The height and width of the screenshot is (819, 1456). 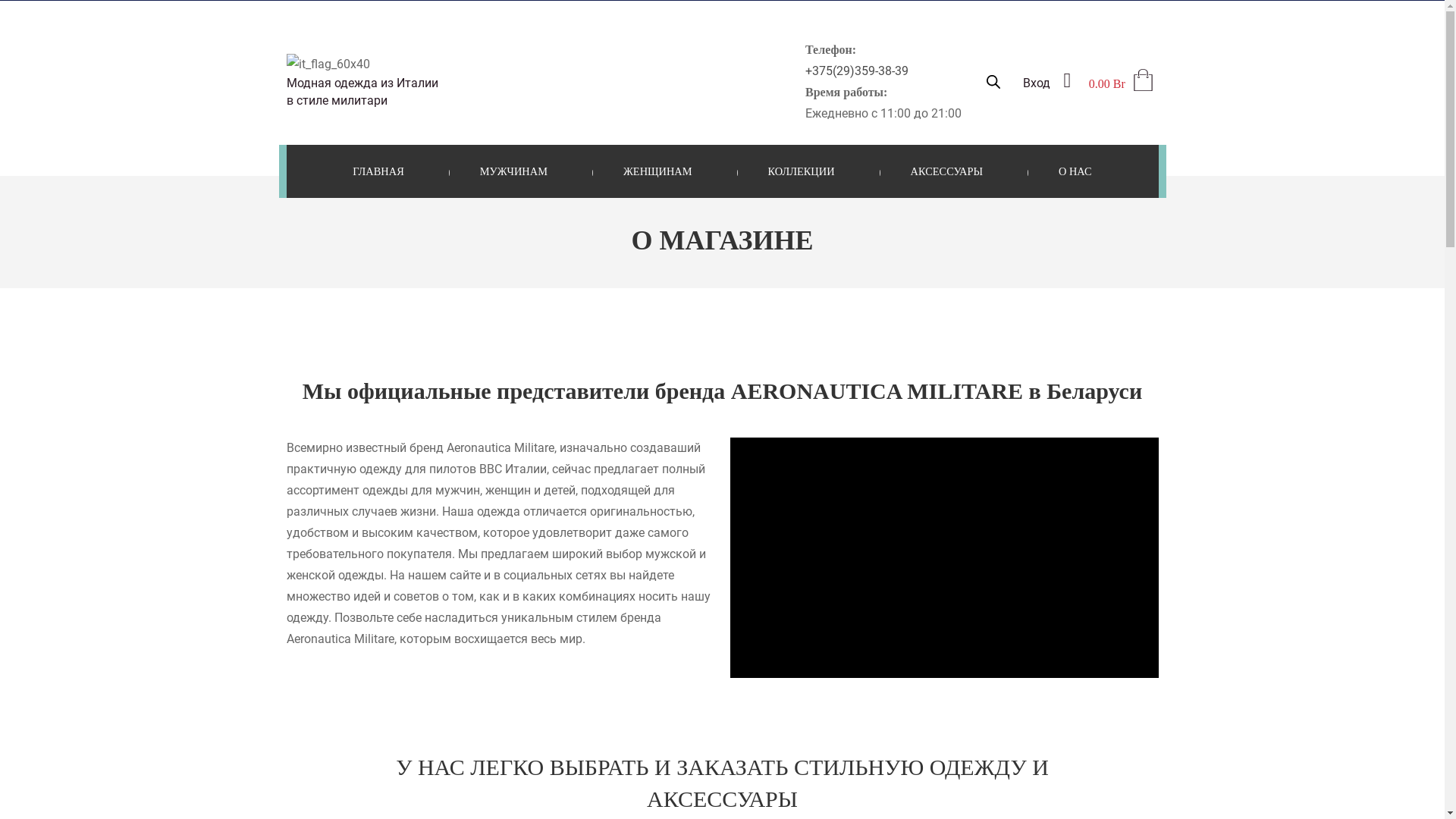 What do you see at coordinates (856, 71) in the screenshot?
I see `'+375(29)359-38-39'` at bounding box center [856, 71].